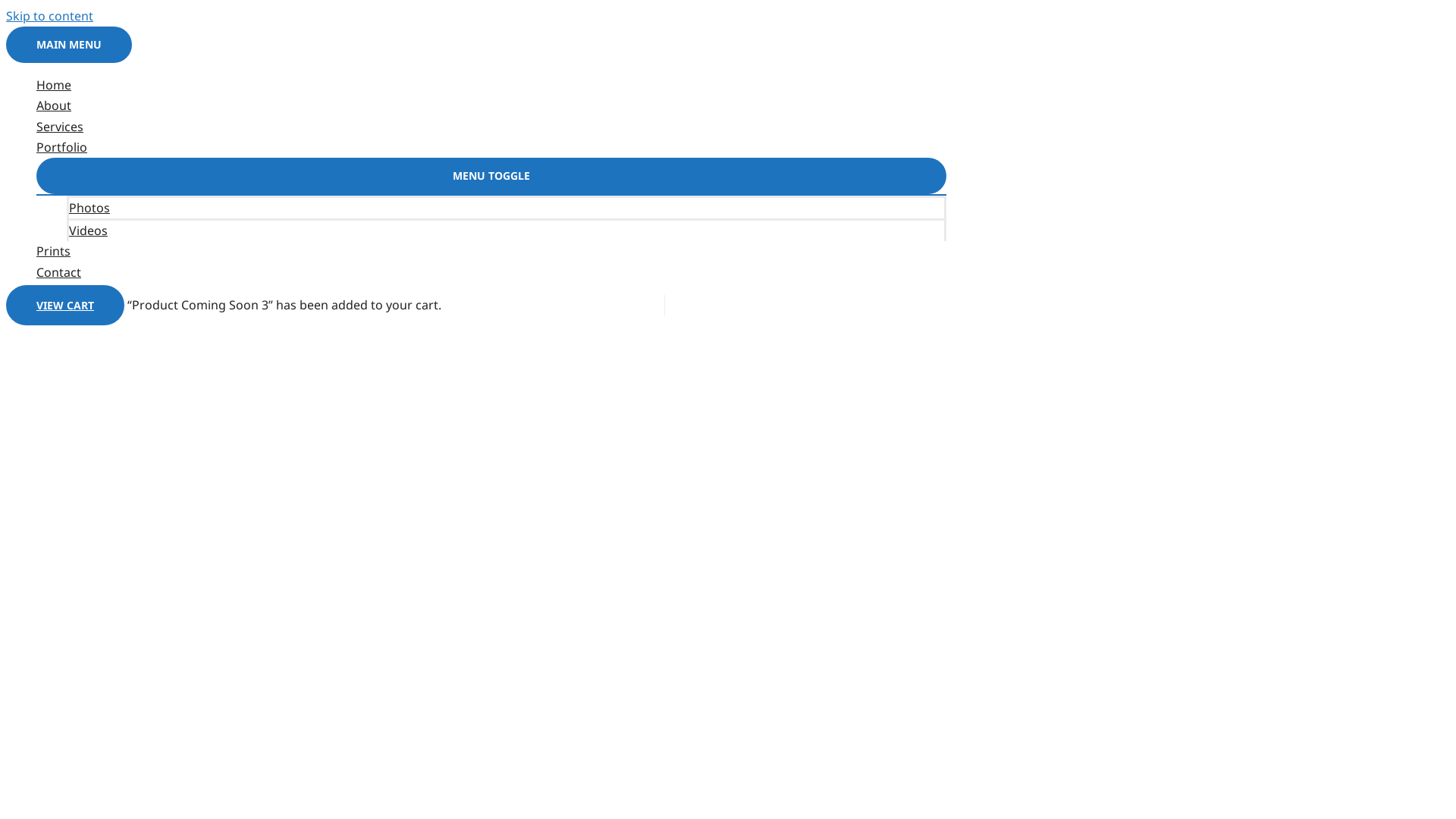 The image size is (1456, 819). I want to click on 'Portfolio', so click(36, 147).